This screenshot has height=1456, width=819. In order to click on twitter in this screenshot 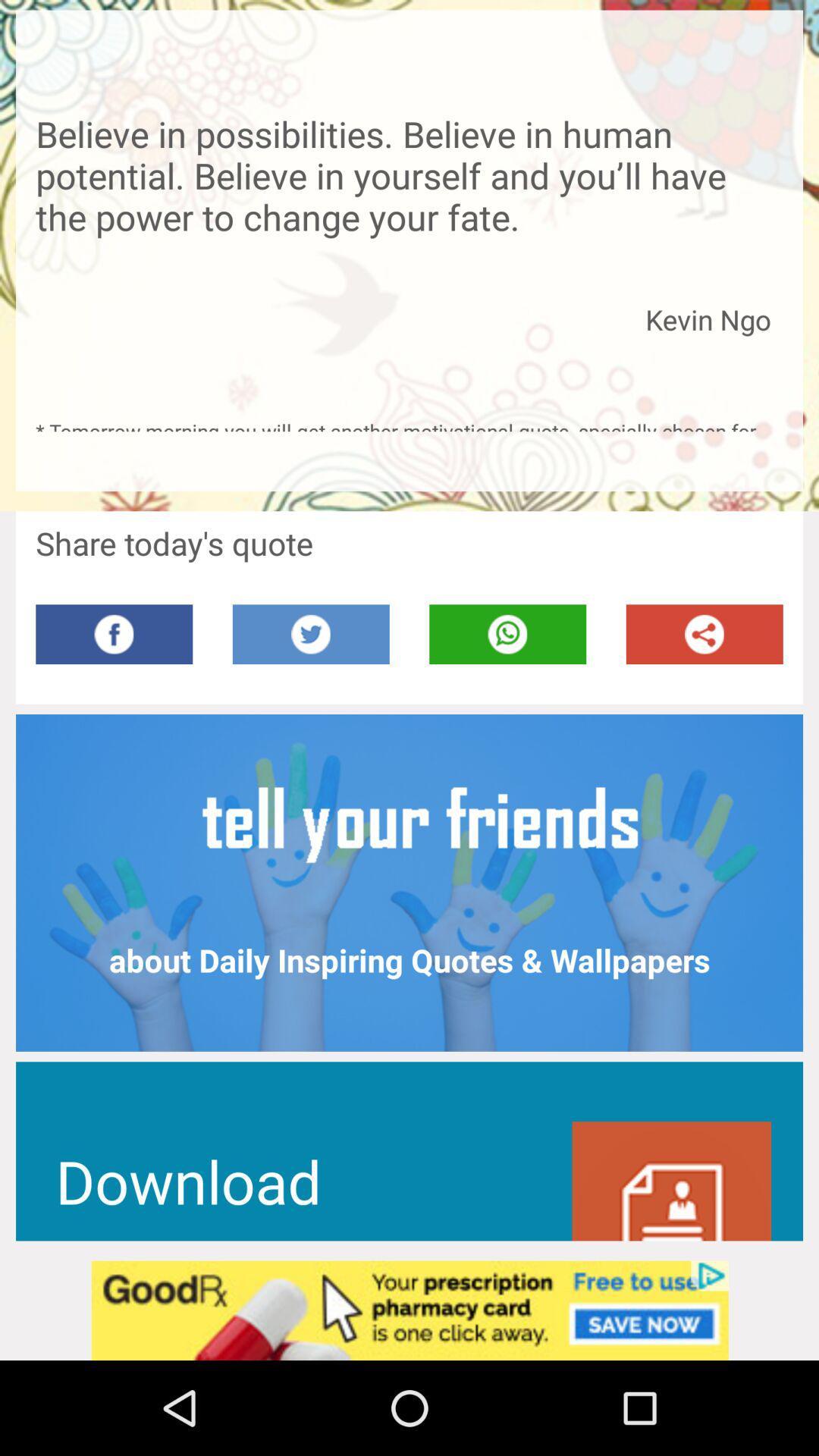, I will do `click(310, 634)`.